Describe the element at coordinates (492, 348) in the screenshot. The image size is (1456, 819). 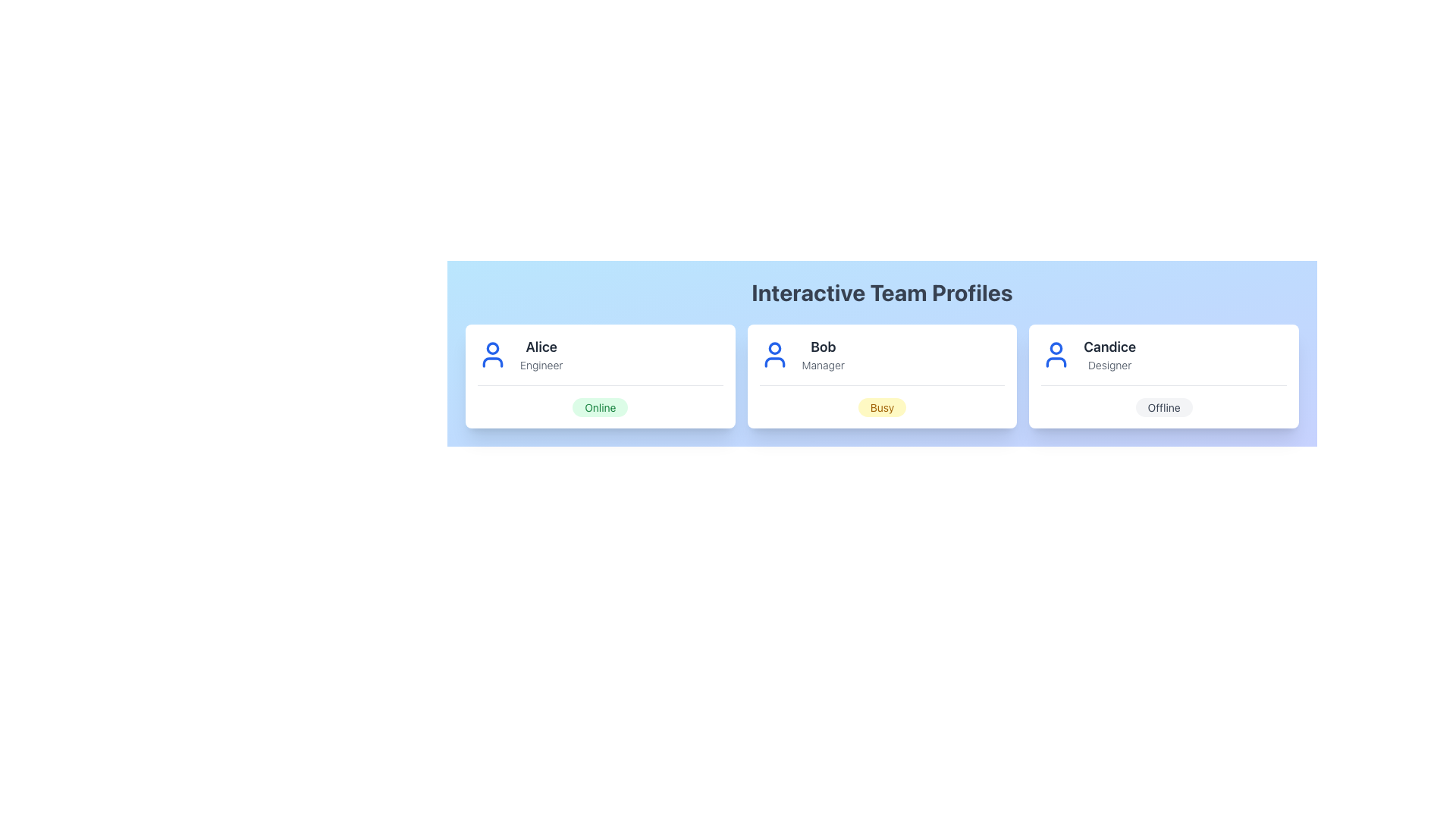
I see `the profile icon circle representing user 'Alice' at the top-left of the three user cards under 'Interactive Team Profiles'` at that location.